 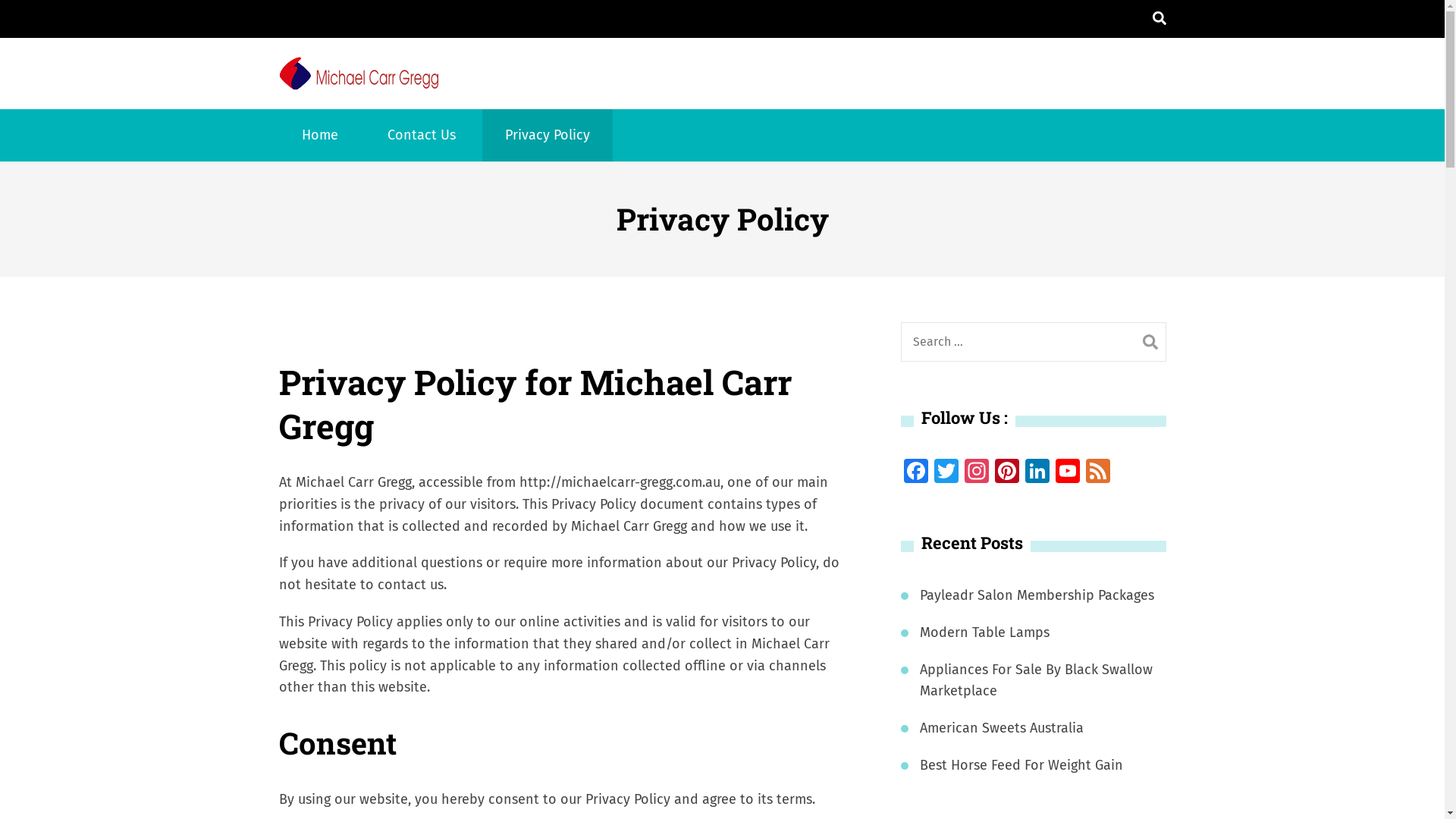 I want to click on 'Home', so click(x=319, y=134).